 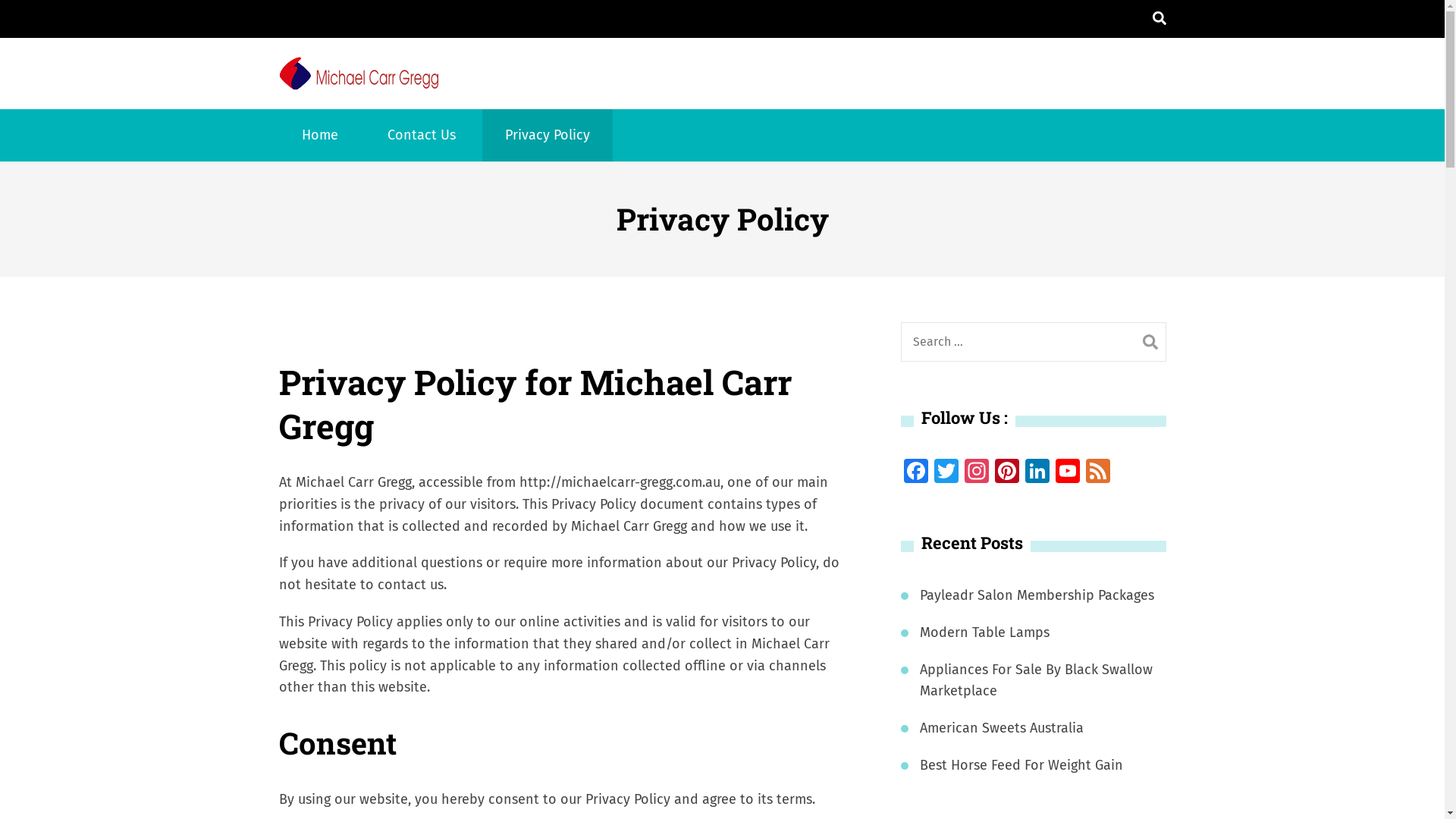 I want to click on 'Home', so click(x=319, y=134).